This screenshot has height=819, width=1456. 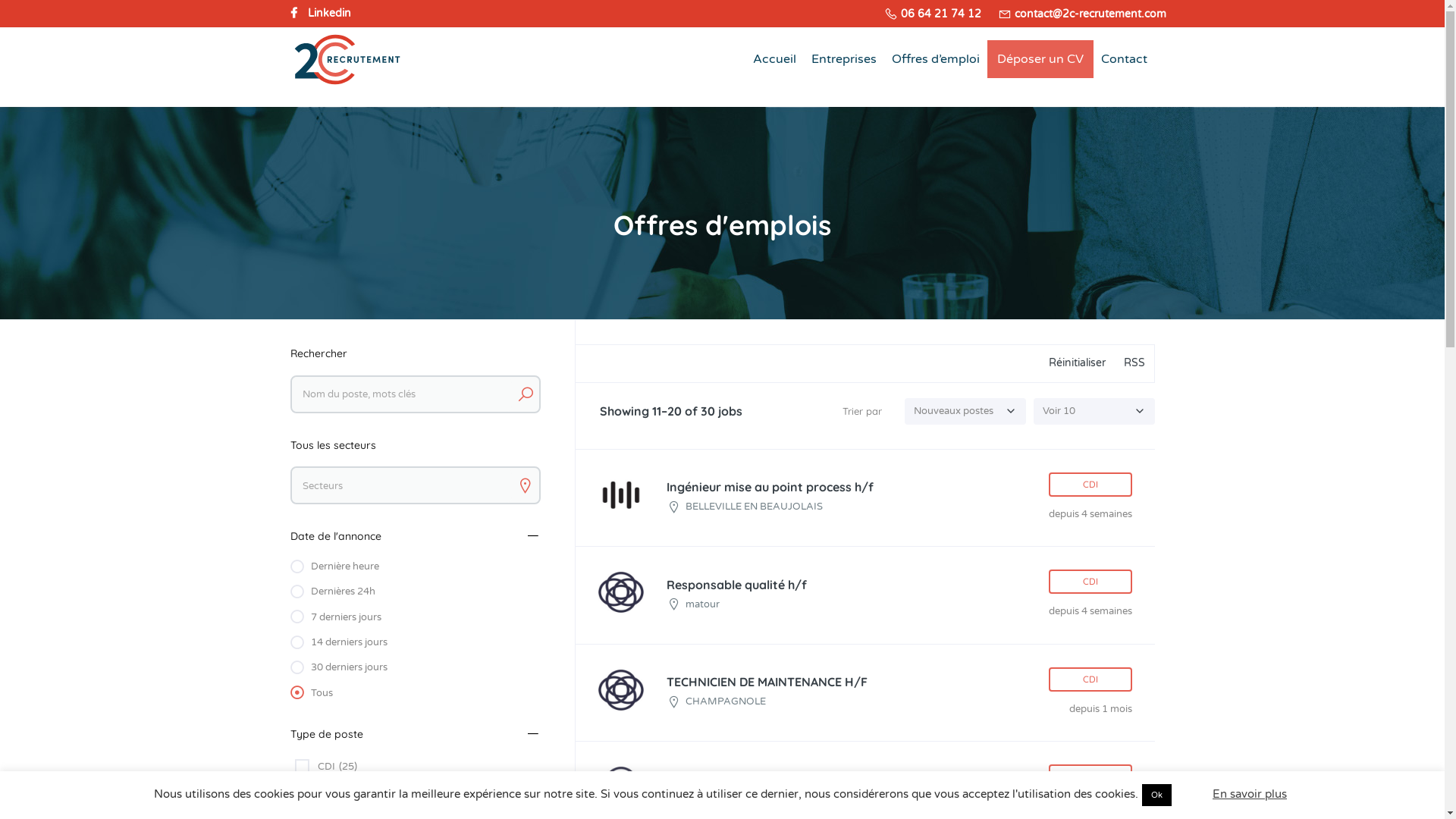 I want to click on 'Entreprises', so click(x=843, y=58).